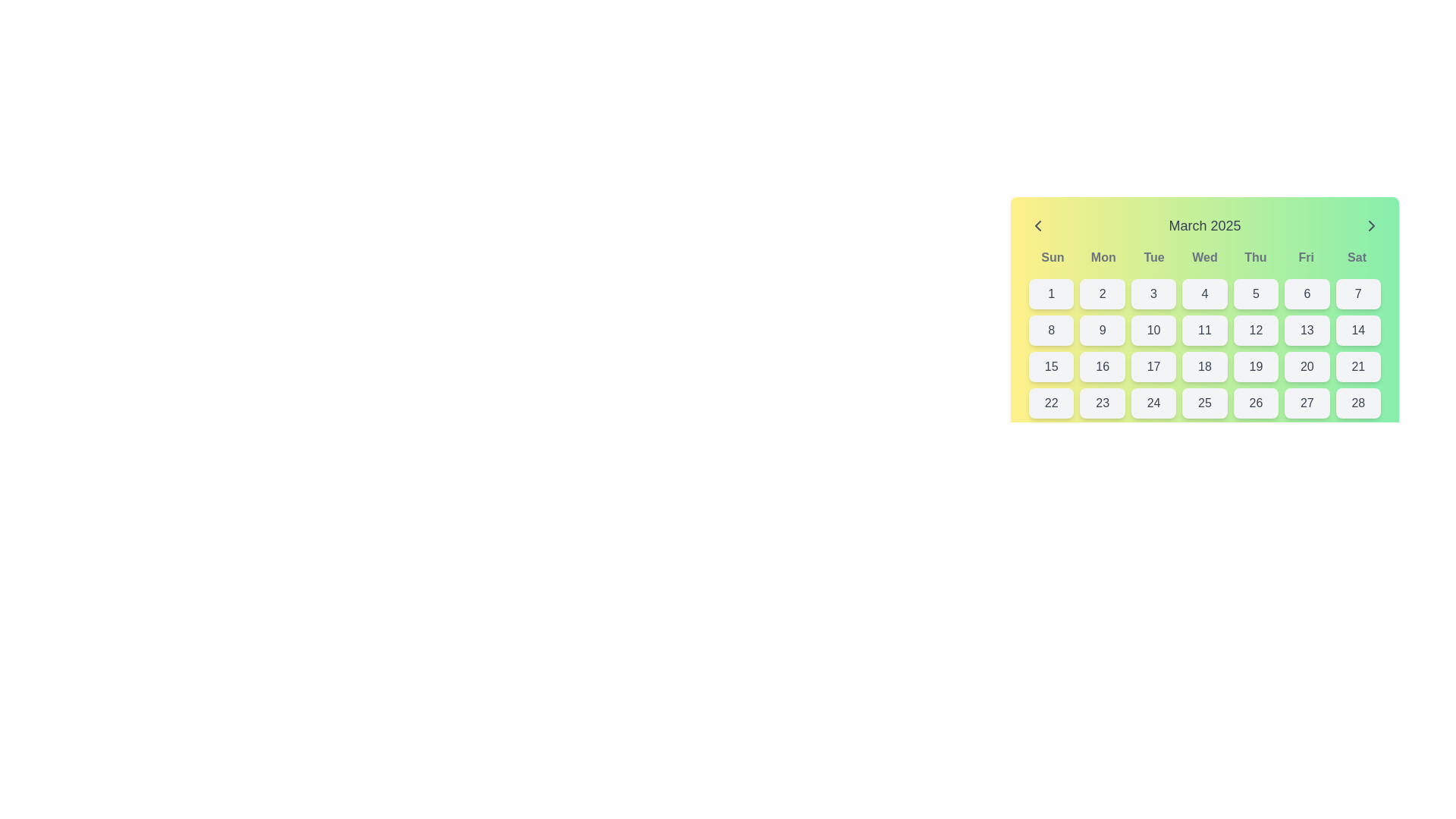  Describe the element at coordinates (1306, 403) in the screenshot. I see `the button displaying '27' in the sixth row and sixth column of the calendar interface` at that location.